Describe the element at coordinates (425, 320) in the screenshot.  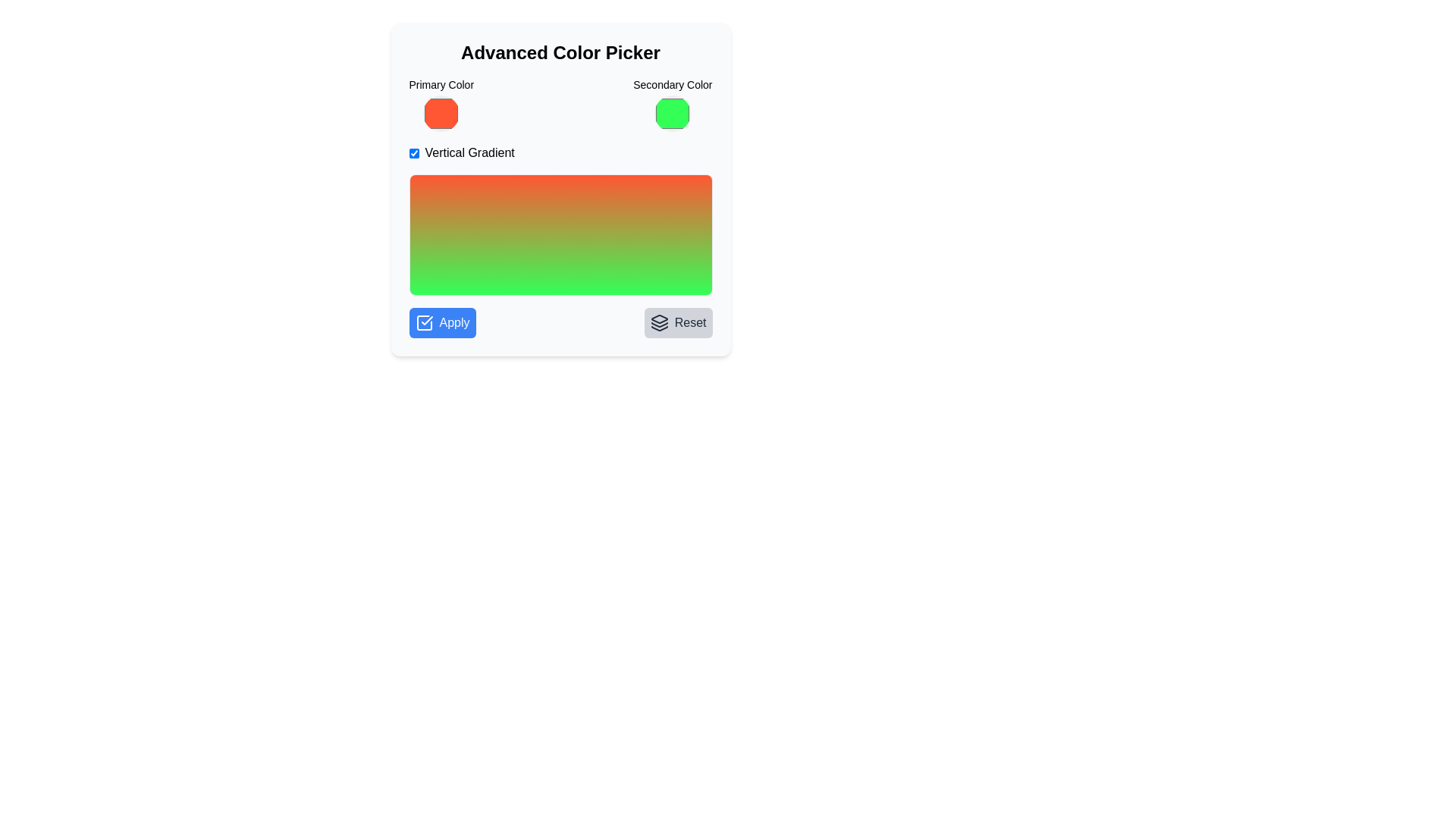
I see `the confirmation icon located inside a square icon in the lower-left area of the modal near the 'Apply' button` at that location.